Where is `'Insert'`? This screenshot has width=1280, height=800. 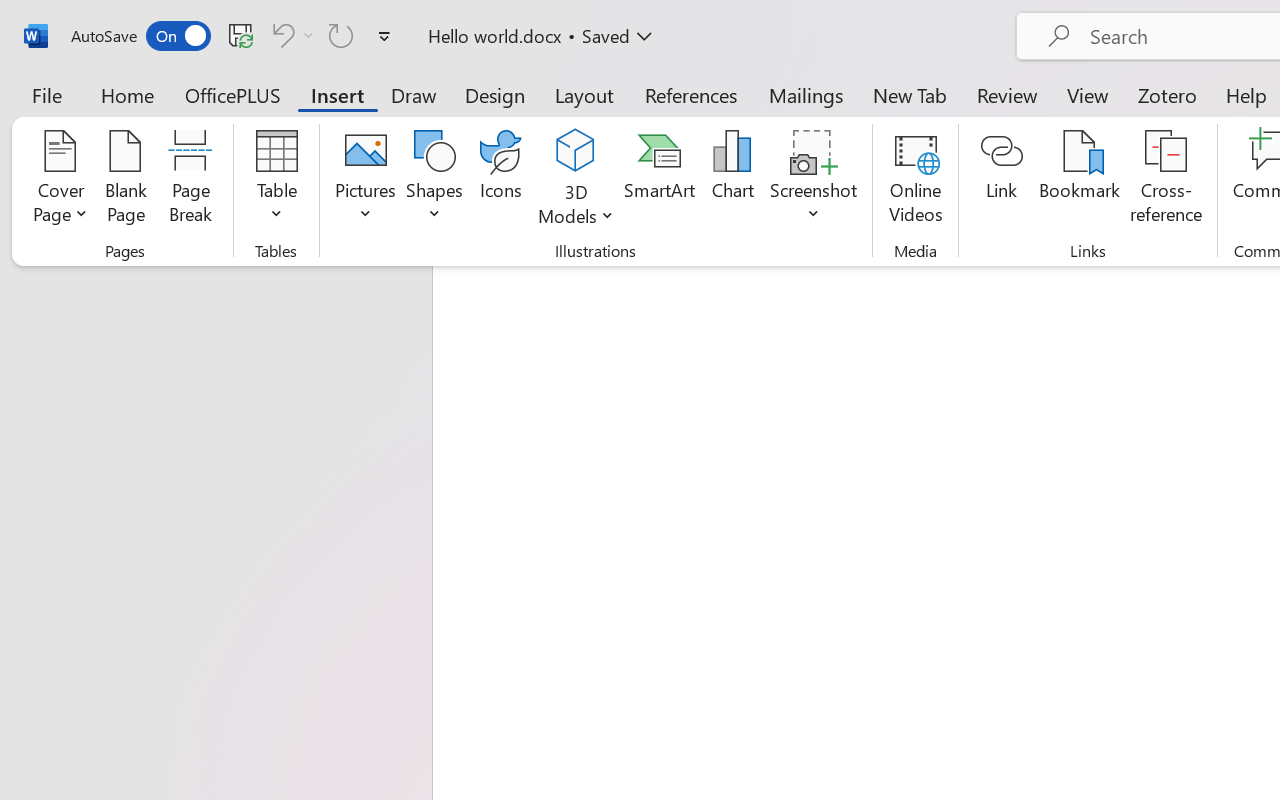 'Insert' is located at coordinates (337, 94).